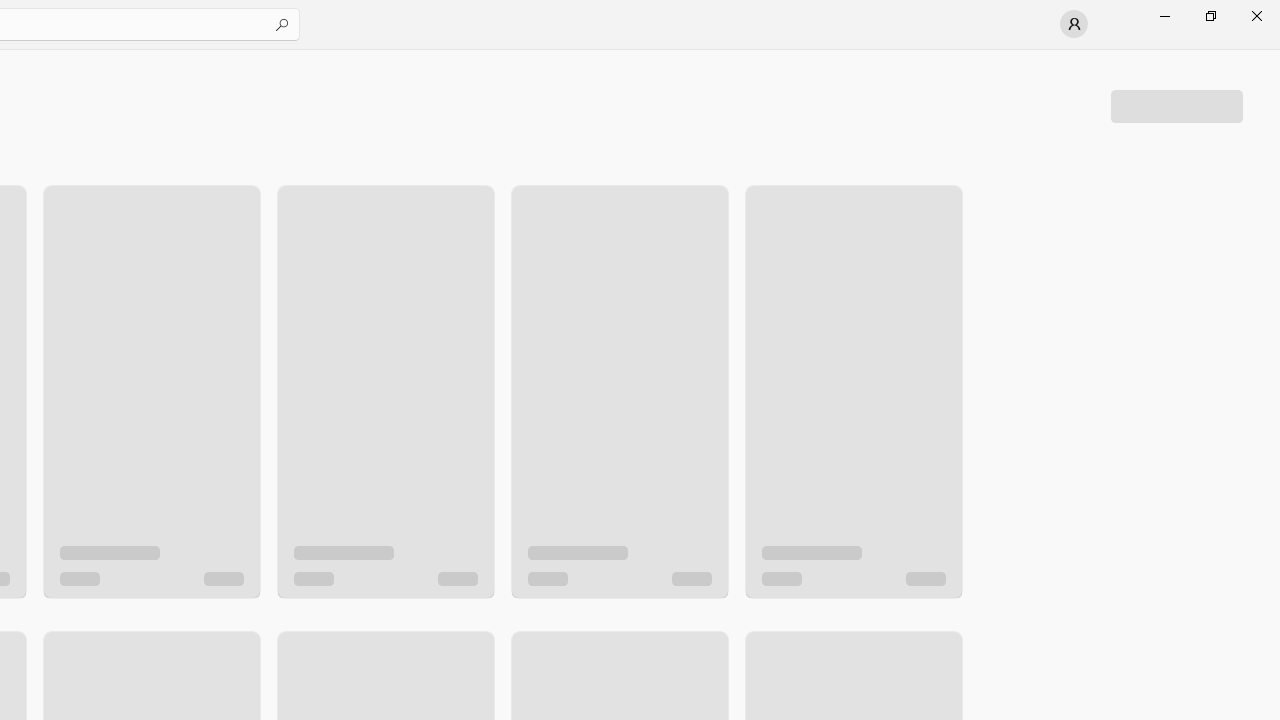  I want to click on 'Restore Microsoft Store', so click(1209, 15).